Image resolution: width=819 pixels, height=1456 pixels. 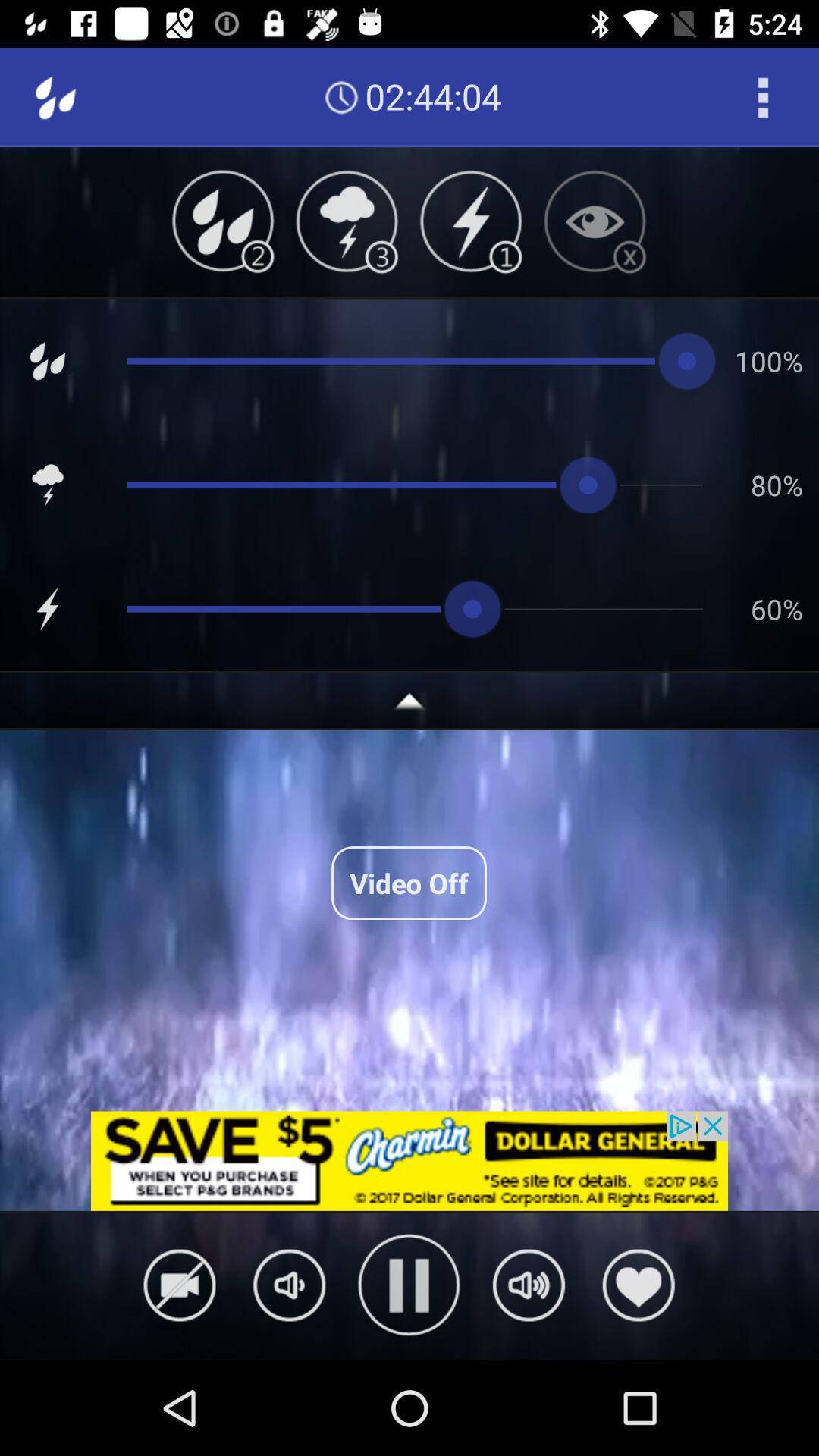 I want to click on the favorite icon, so click(x=639, y=1284).